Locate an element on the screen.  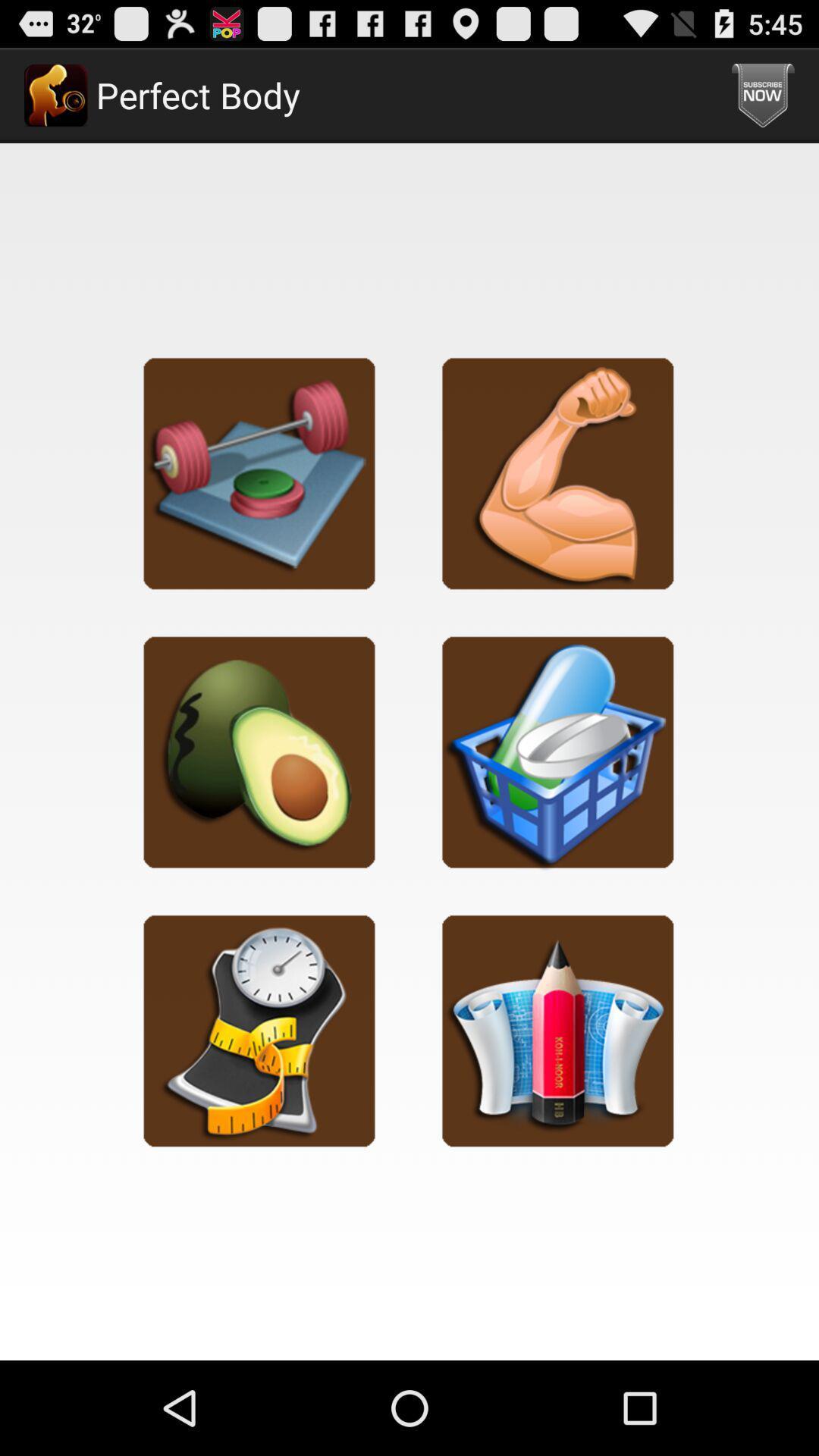
muscle building option is located at coordinates (558, 472).